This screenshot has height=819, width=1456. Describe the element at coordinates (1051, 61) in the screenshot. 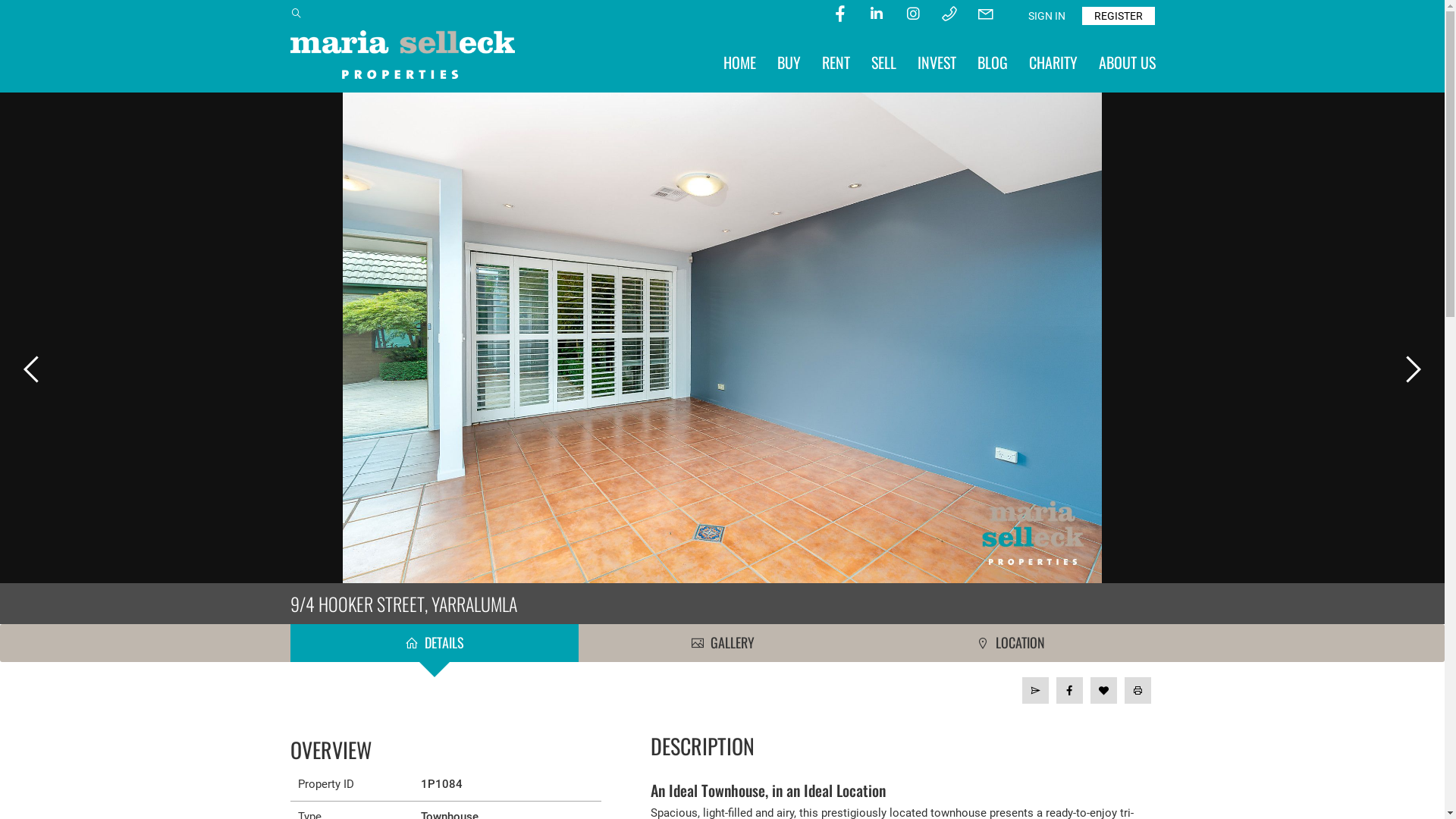

I see `'CHARITY'` at that location.